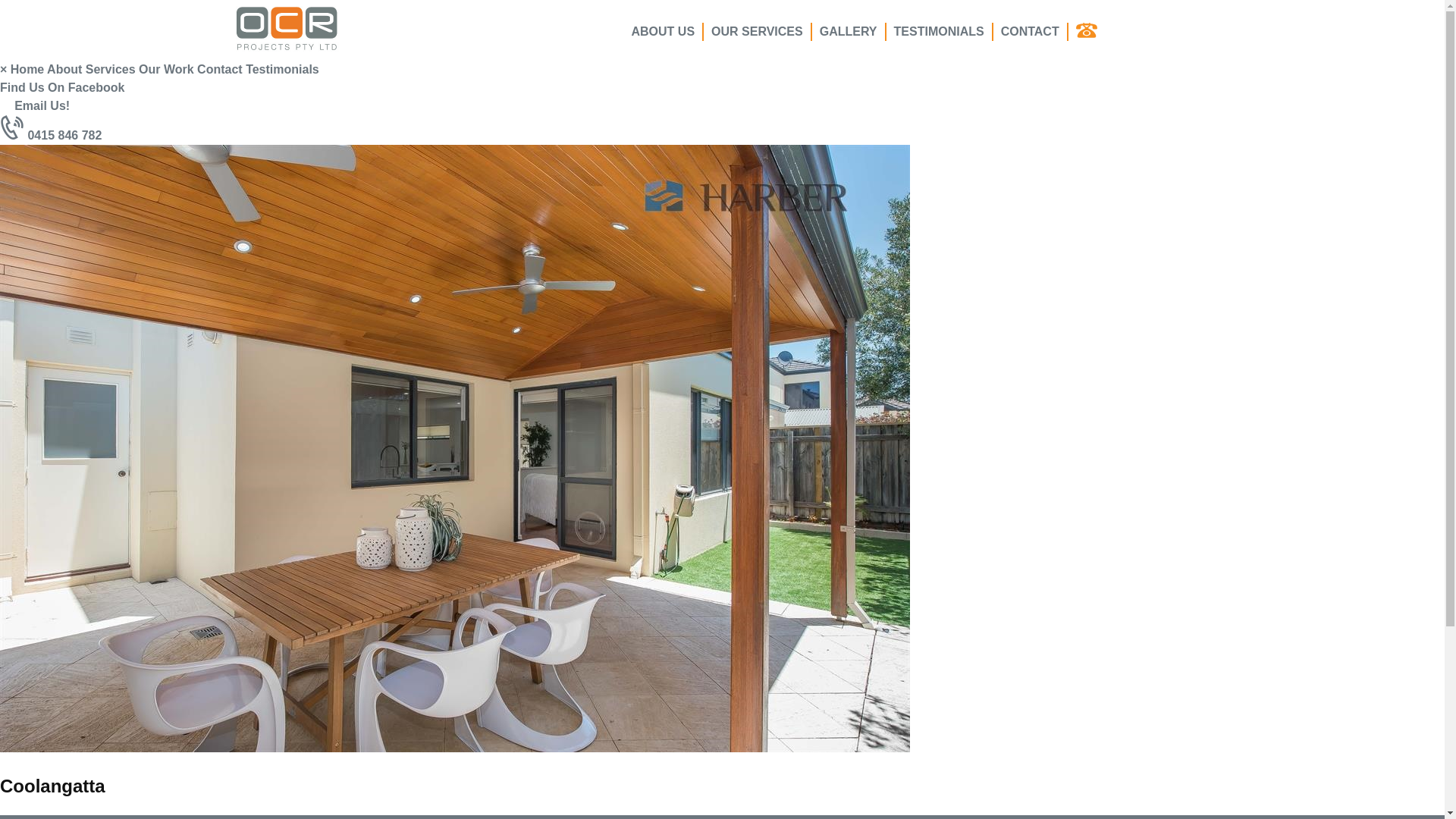 The width and height of the screenshot is (1456, 819). I want to click on '0415 846 782', so click(51, 134).